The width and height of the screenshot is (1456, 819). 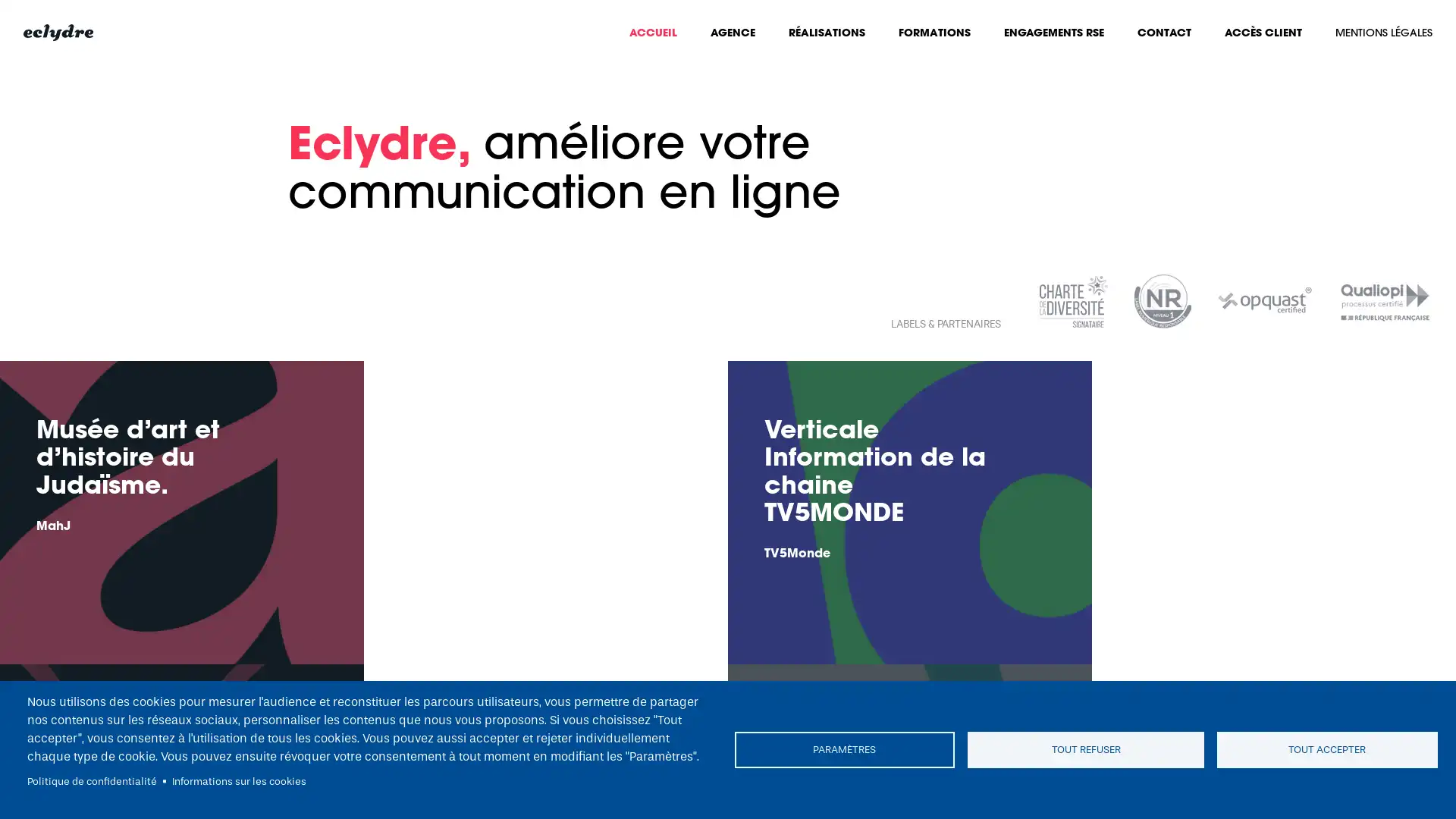 I want to click on PARAMETRES, so click(x=846, y=748).